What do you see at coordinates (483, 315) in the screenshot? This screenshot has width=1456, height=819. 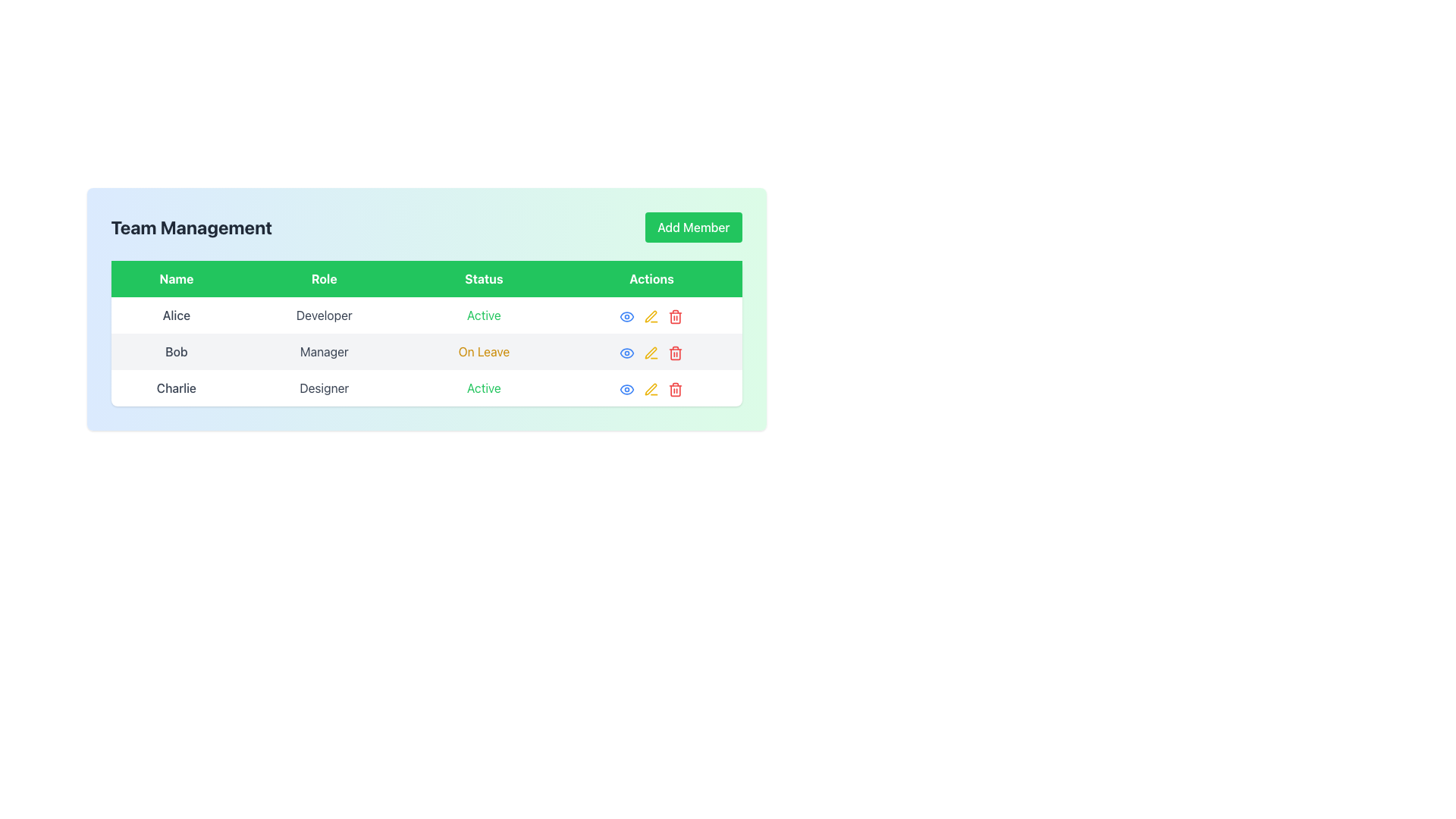 I see `the Static Text element displaying 'Active' in bold green font, located in the third column labeled 'Status' under the row for 'Alice'` at bounding box center [483, 315].